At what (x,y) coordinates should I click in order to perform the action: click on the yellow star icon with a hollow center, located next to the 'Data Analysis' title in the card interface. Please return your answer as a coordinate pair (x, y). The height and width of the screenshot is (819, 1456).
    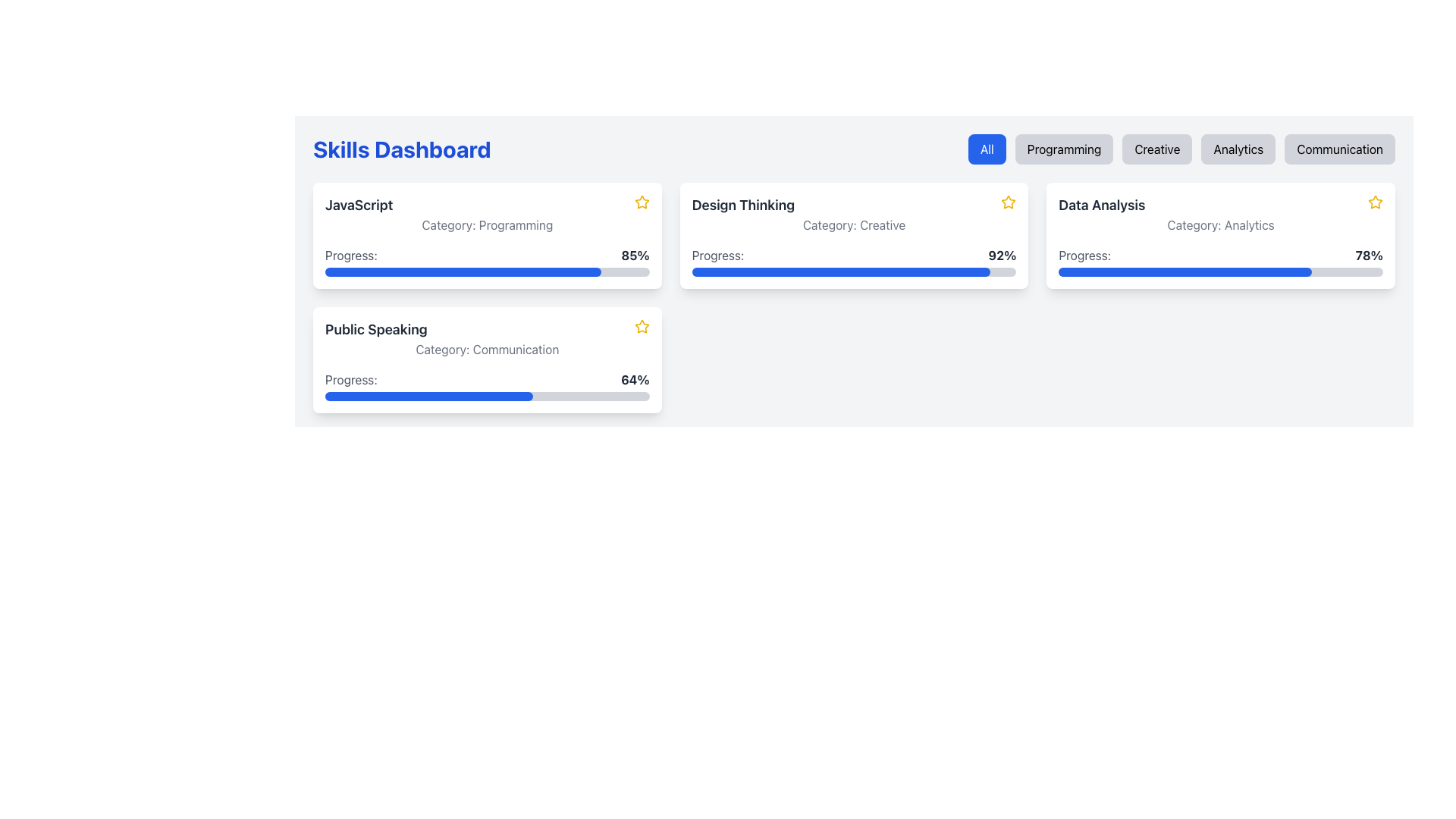
    Looking at the image, I should click on (1376, 201).